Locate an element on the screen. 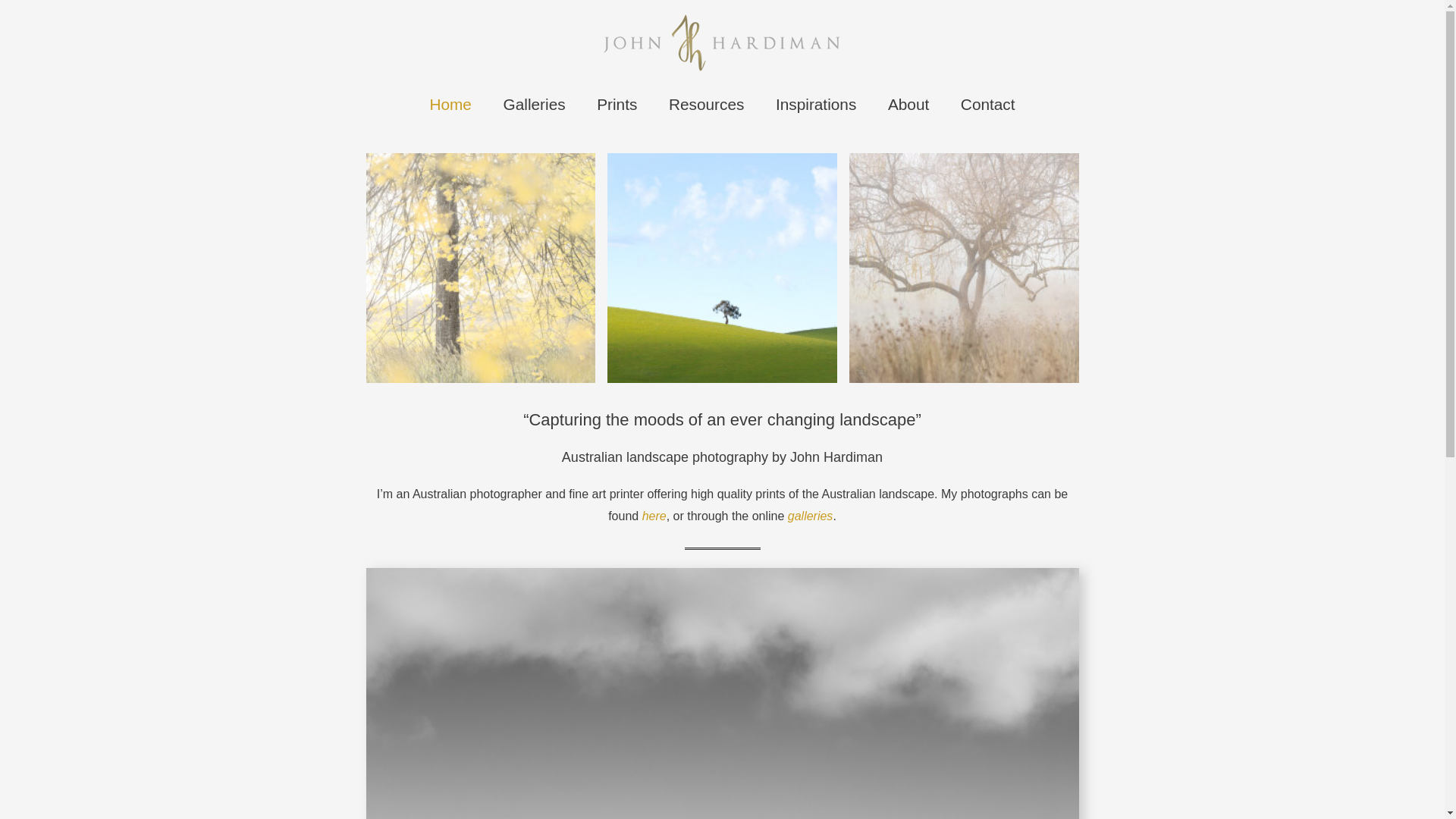 The image size is (1456, 819). 'Inspirations' is located at coordinates (814, 103).